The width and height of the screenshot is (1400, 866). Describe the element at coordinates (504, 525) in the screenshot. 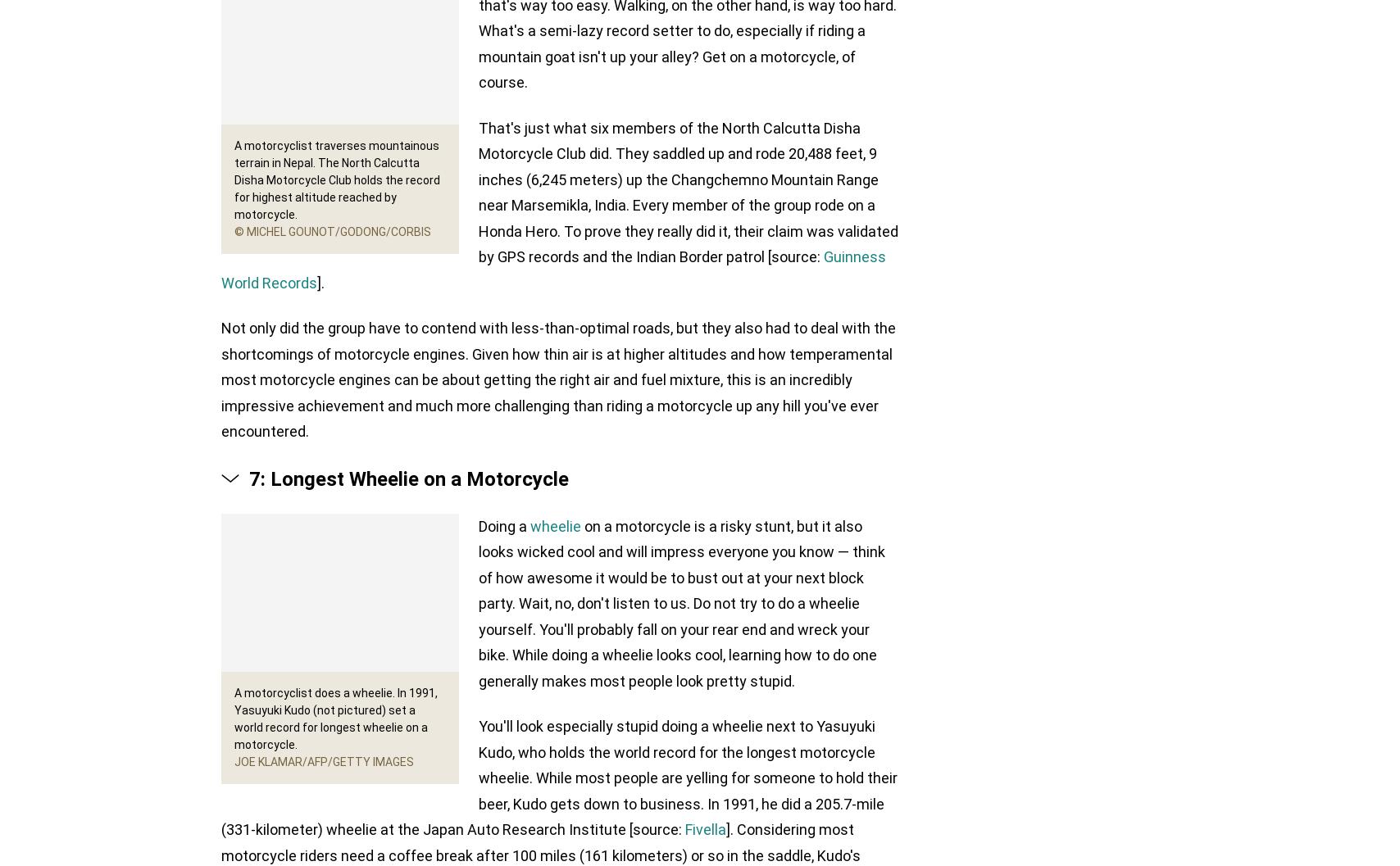

I see `'Doing a'` at that location.